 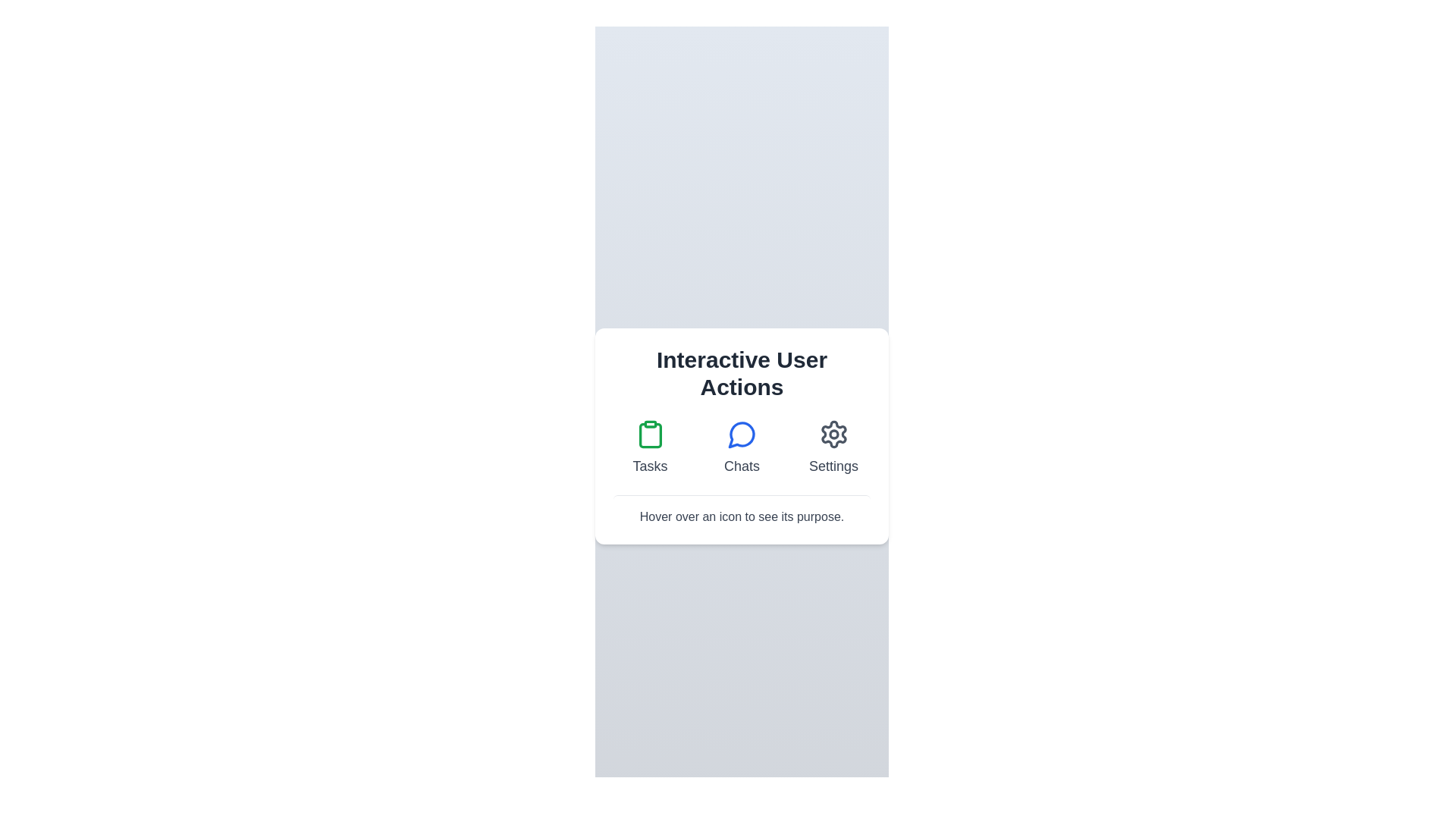 What do you see at coordinates (742, 465) in the screenshot?
I see `the 'Chats' text label, which is styled in a medium-sized gray font and appears below a blue speech bubble icon in the 'Interactive User Actions' section` at bounding box center [742, 465].